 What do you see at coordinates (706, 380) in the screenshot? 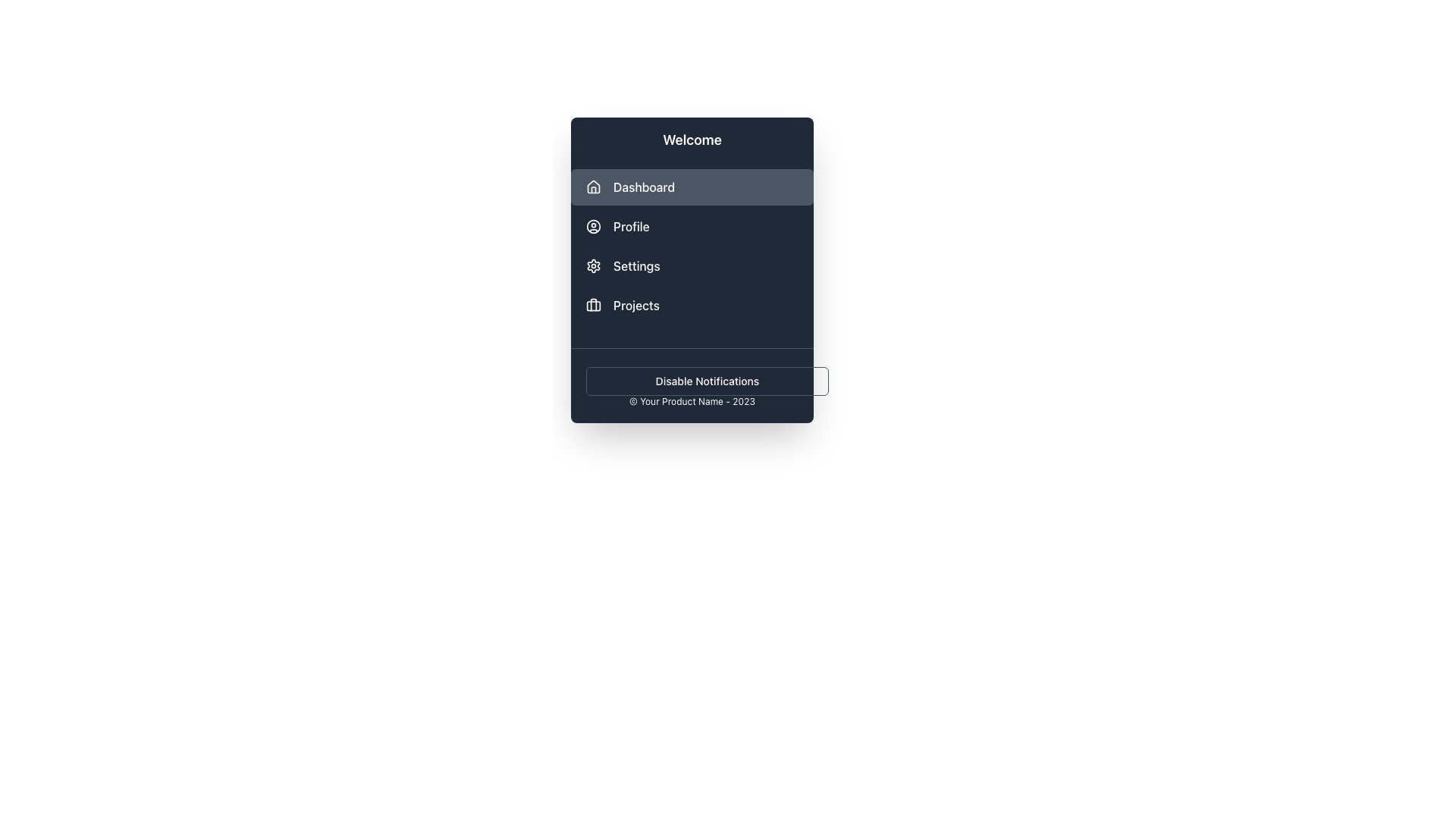
I see `the button located at the bottom of the vertical navigation sidebar` at bounding box center [706, 380].